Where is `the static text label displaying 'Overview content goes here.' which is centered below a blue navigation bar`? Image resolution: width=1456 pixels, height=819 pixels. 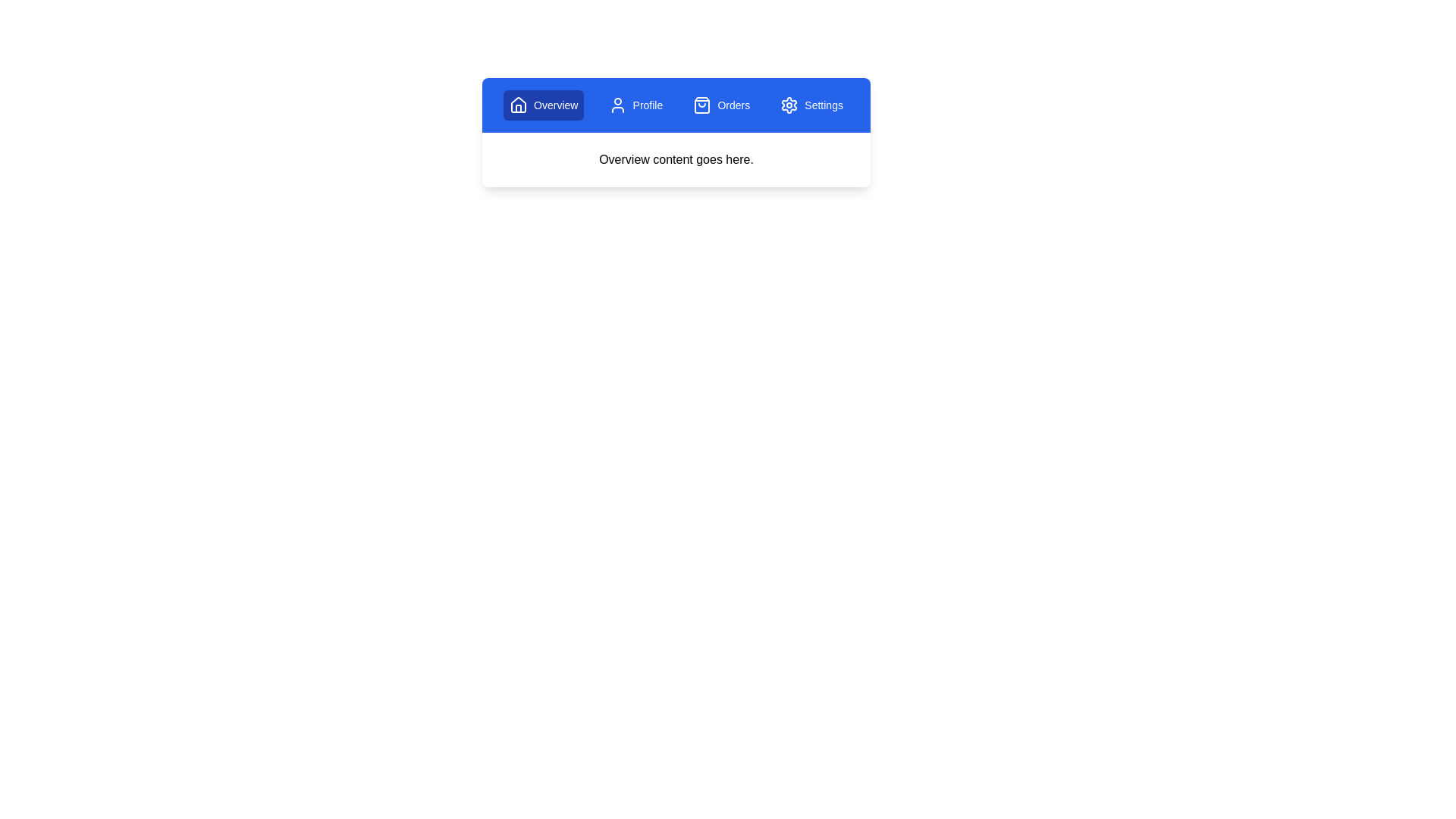
the static text label displaying 'Overview content goes here.' which is centered below a blue navigation bar is located at coordinates (676, 160).